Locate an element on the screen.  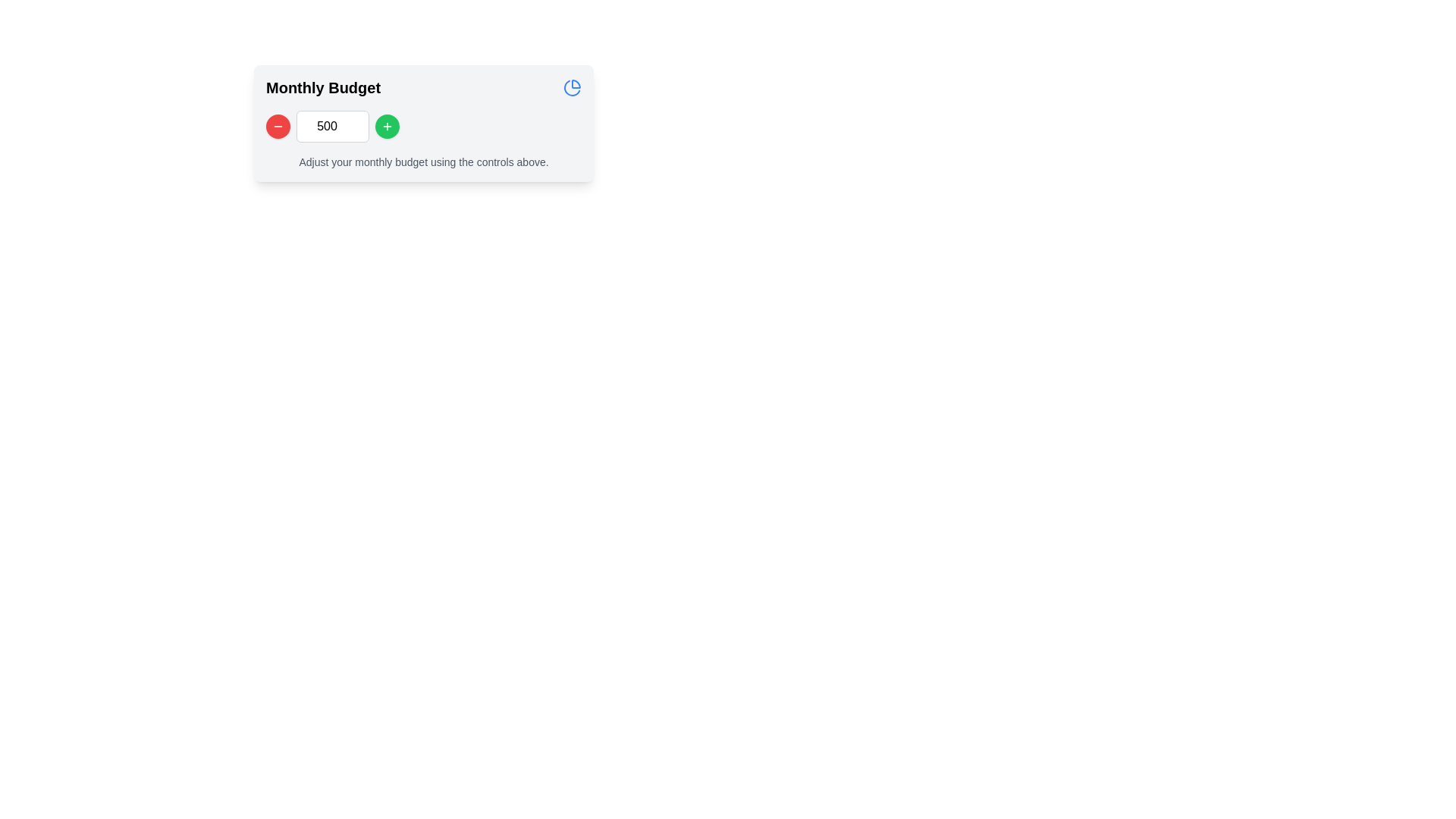
the upper-right quadrant segment of the pie chart to trigger interactions associated with it is located at coordinates (575, 84).